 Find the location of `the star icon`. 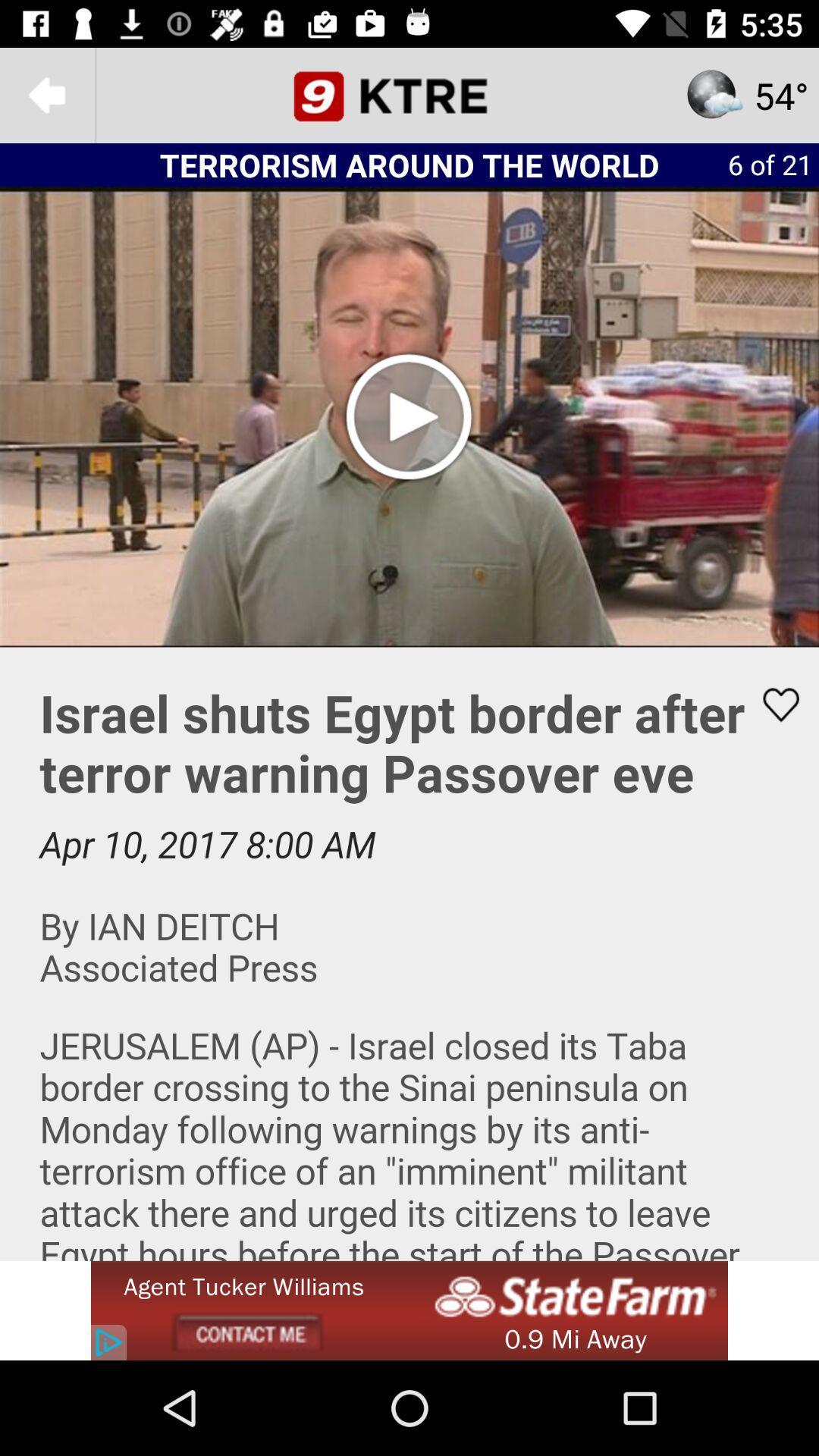

the star icon is located at coordinates (745, 94).